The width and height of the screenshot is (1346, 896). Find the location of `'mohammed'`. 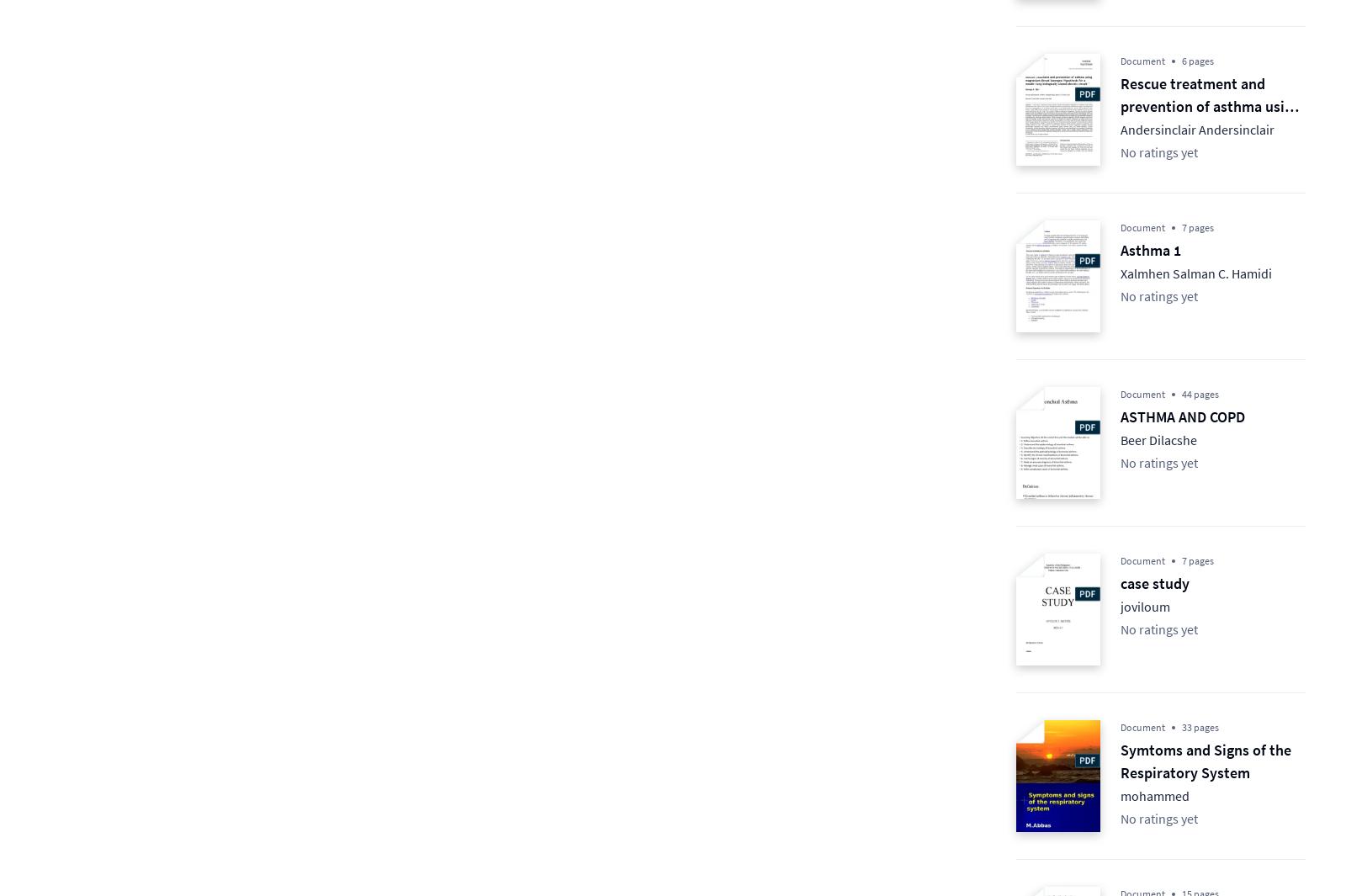

'mohammed' is located at coordinates (1120, 796).